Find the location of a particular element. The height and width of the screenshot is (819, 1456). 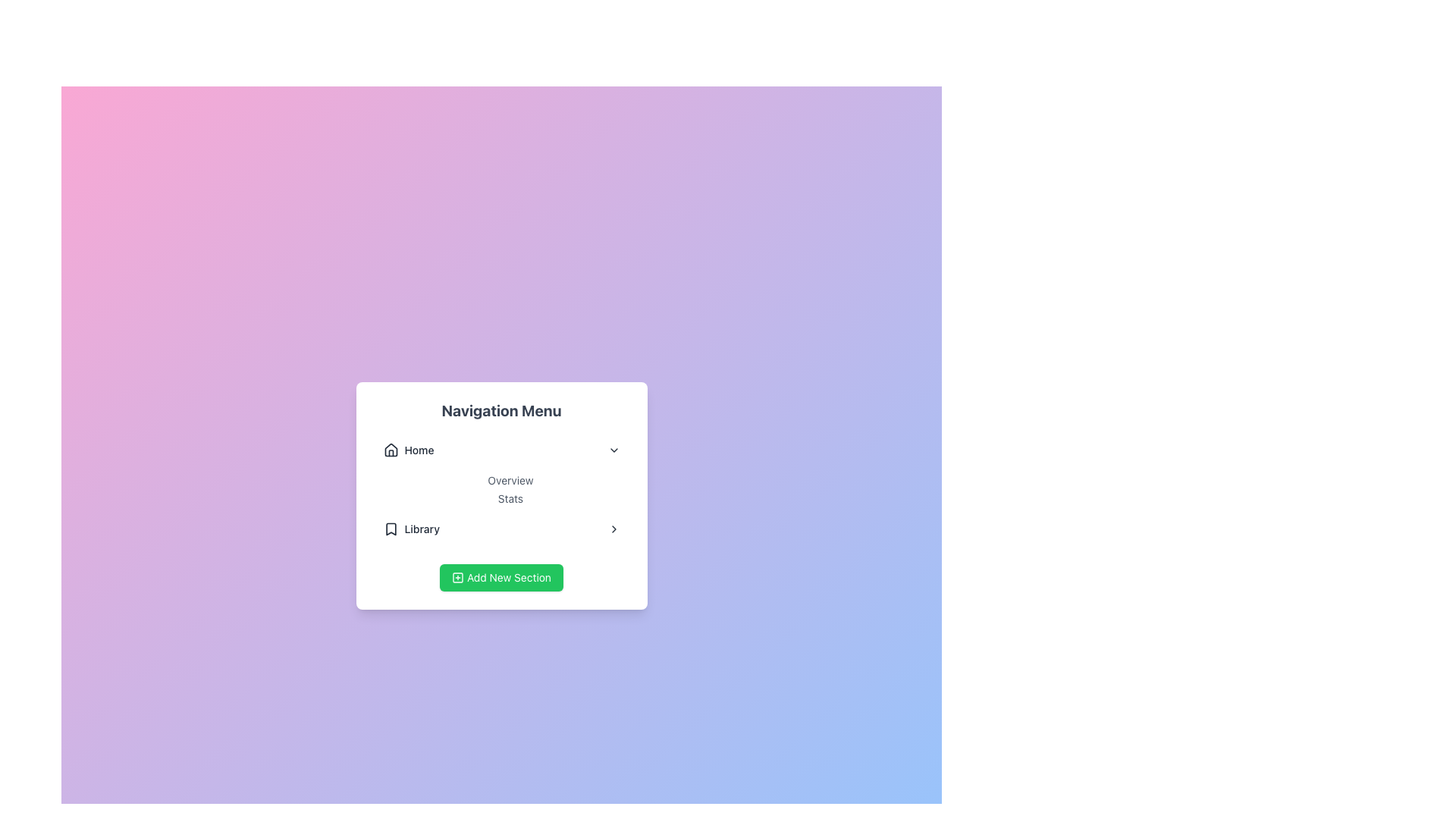

the 'Overview' link in the navigation menu, which is a grouped text link component located under the 'Home' section is located at coordinates (501, 489).